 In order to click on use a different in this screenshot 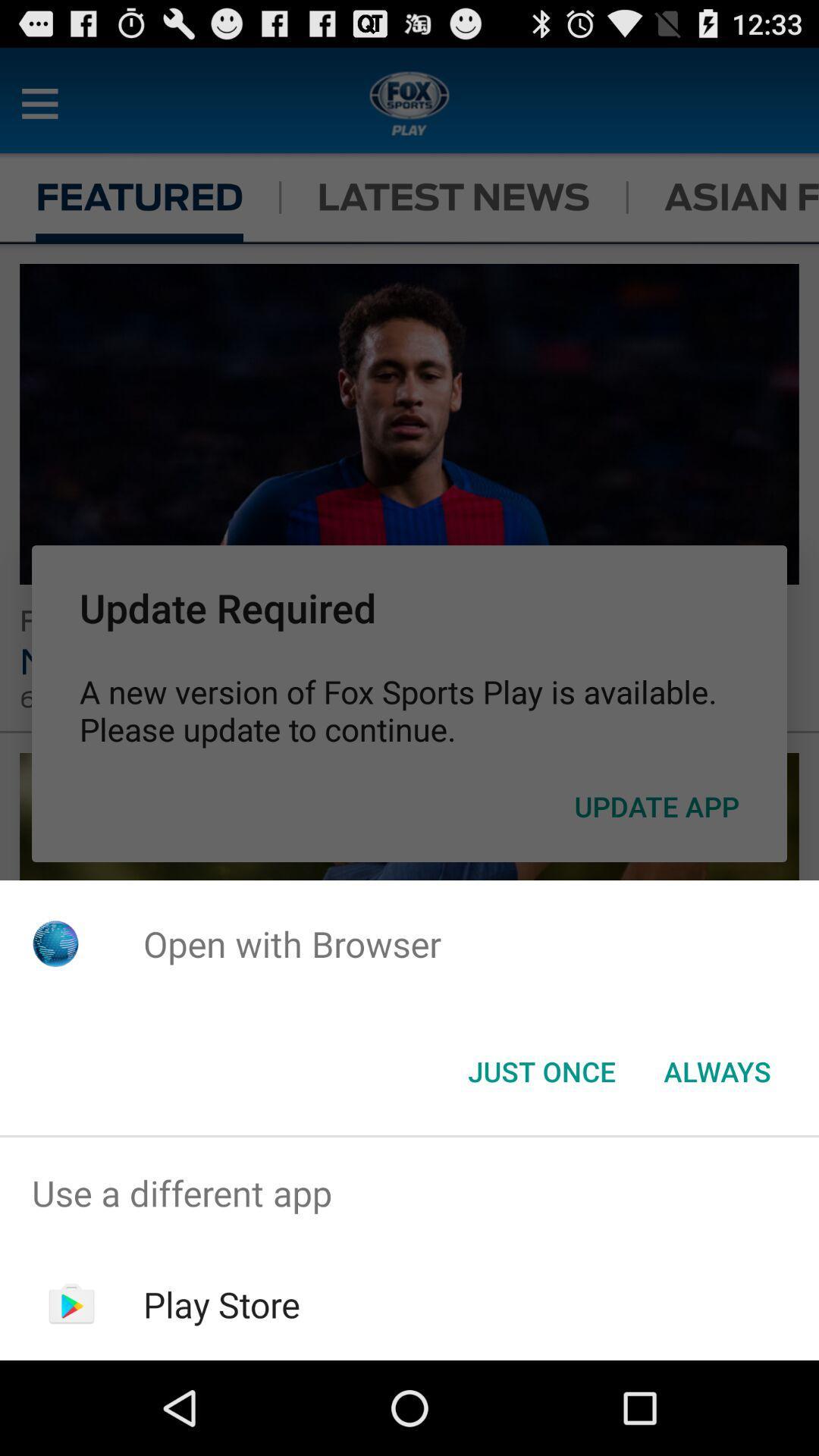, I will do `click(409, 1192)`.